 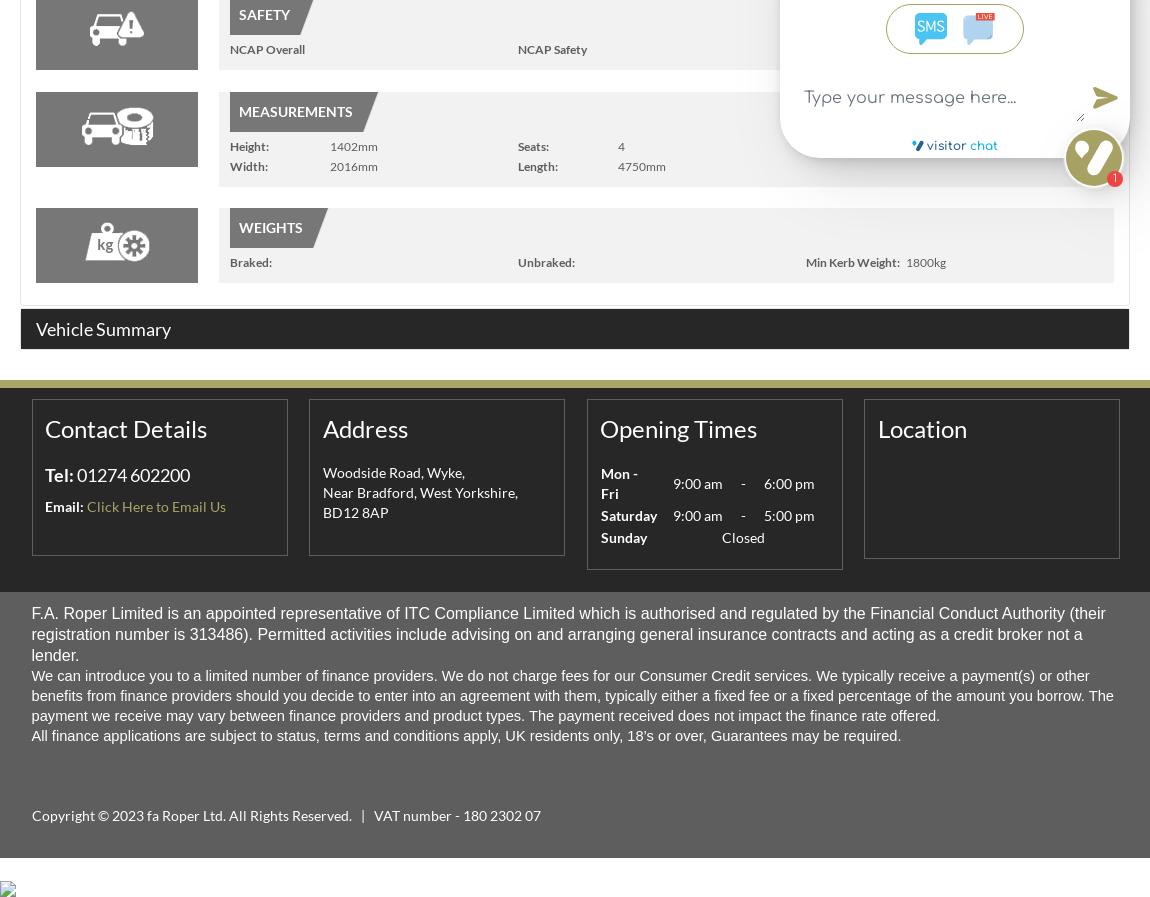 I want to click on 'Email:', so click(x=63, y=506).